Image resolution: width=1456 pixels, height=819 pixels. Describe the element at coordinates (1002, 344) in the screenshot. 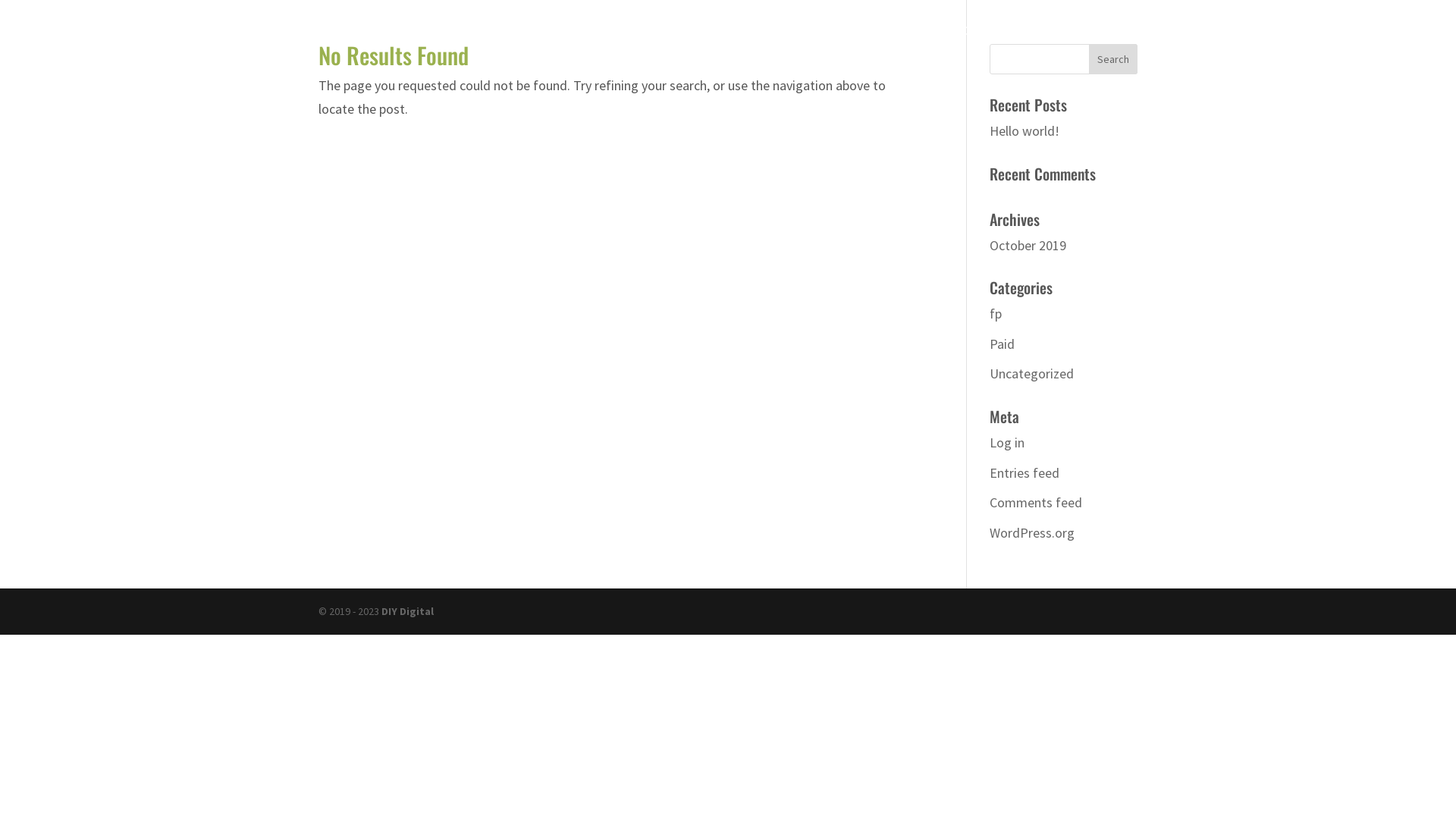

I see `'Paid'` at that location.